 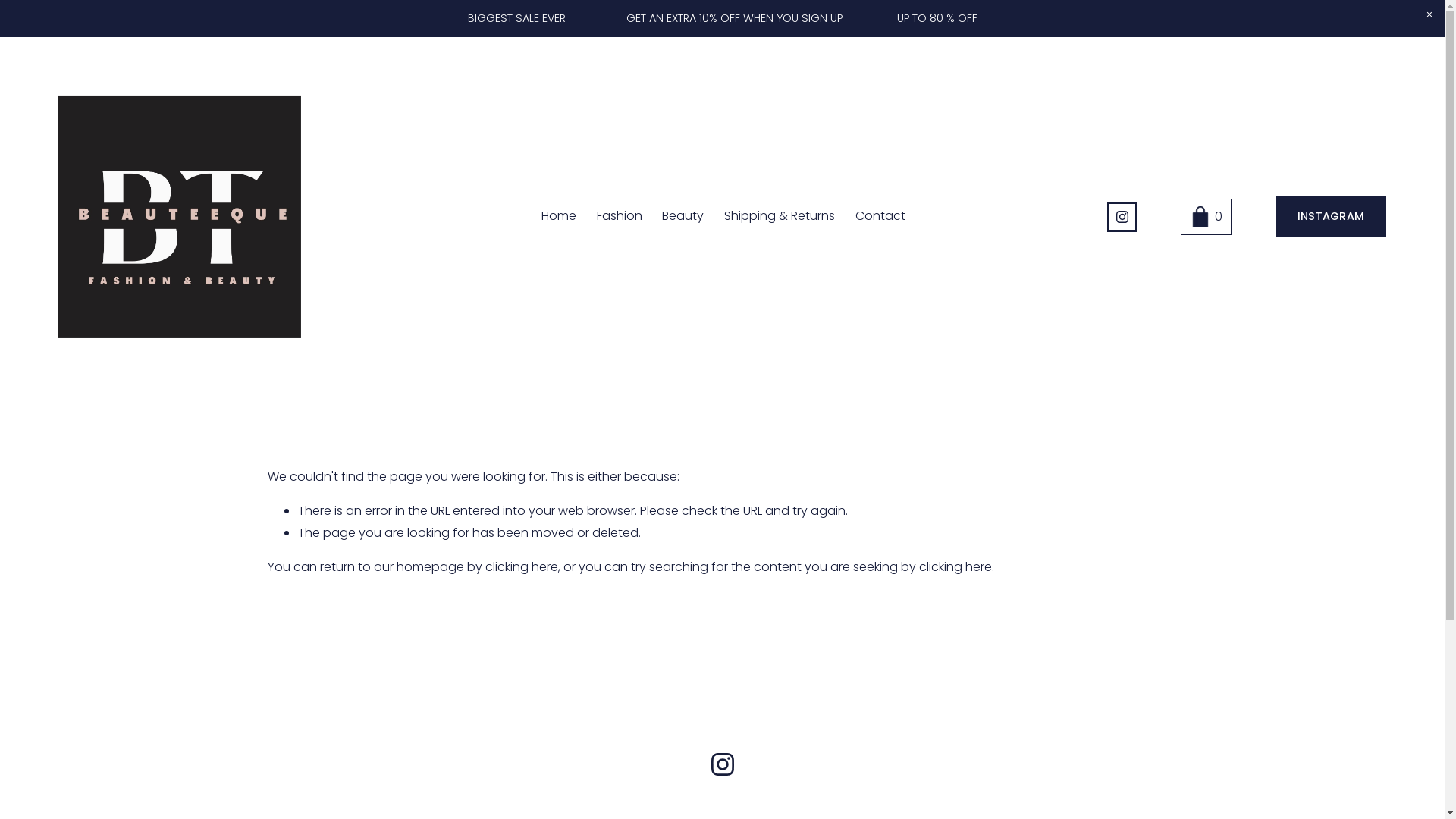 I want to click on '0', so click(x=1205, y=216).